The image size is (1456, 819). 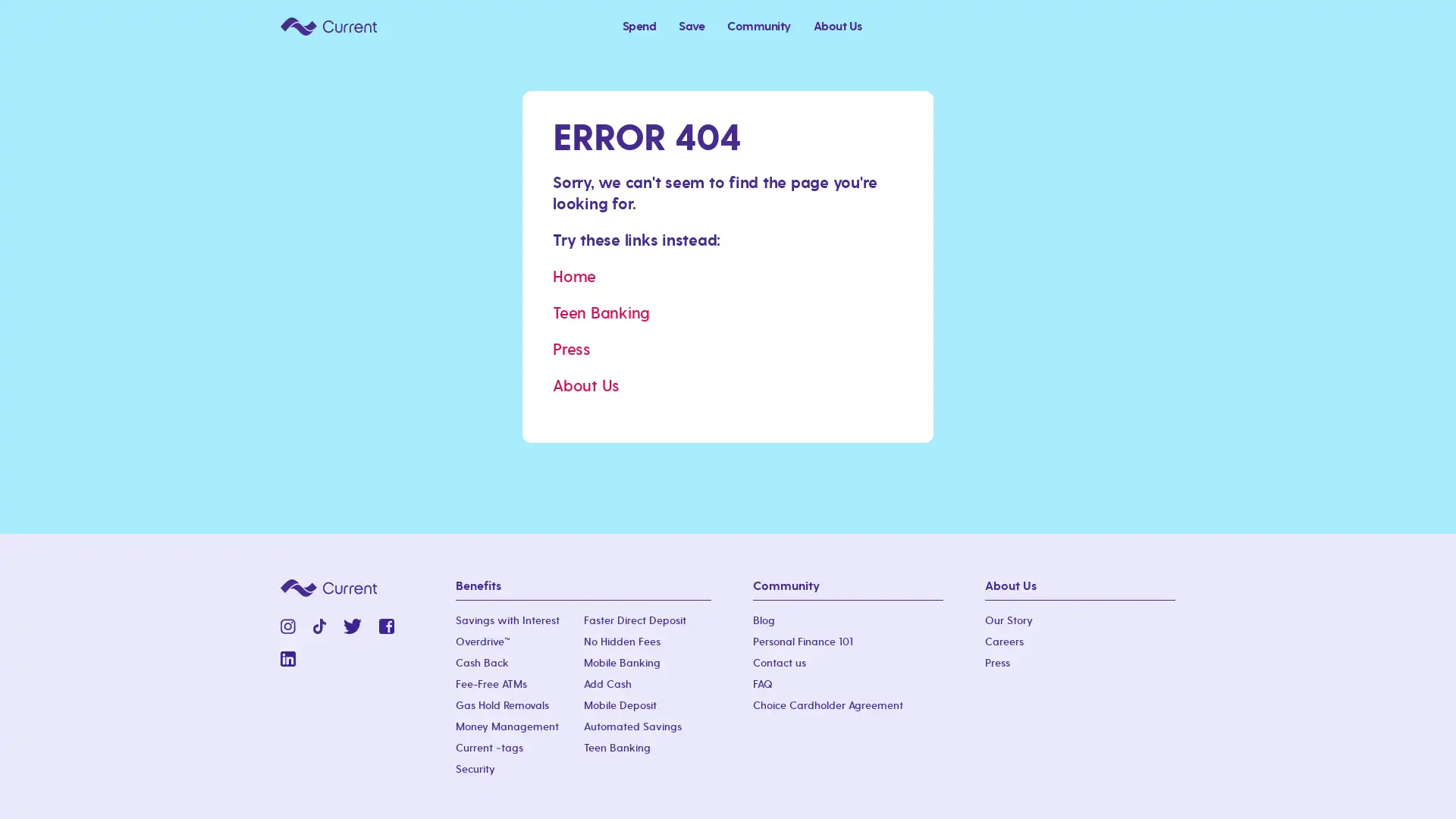 What do you see at coordinates (632, 726) in the screenshot?
I see `Automated Savings` at bounding box center [632, 726].